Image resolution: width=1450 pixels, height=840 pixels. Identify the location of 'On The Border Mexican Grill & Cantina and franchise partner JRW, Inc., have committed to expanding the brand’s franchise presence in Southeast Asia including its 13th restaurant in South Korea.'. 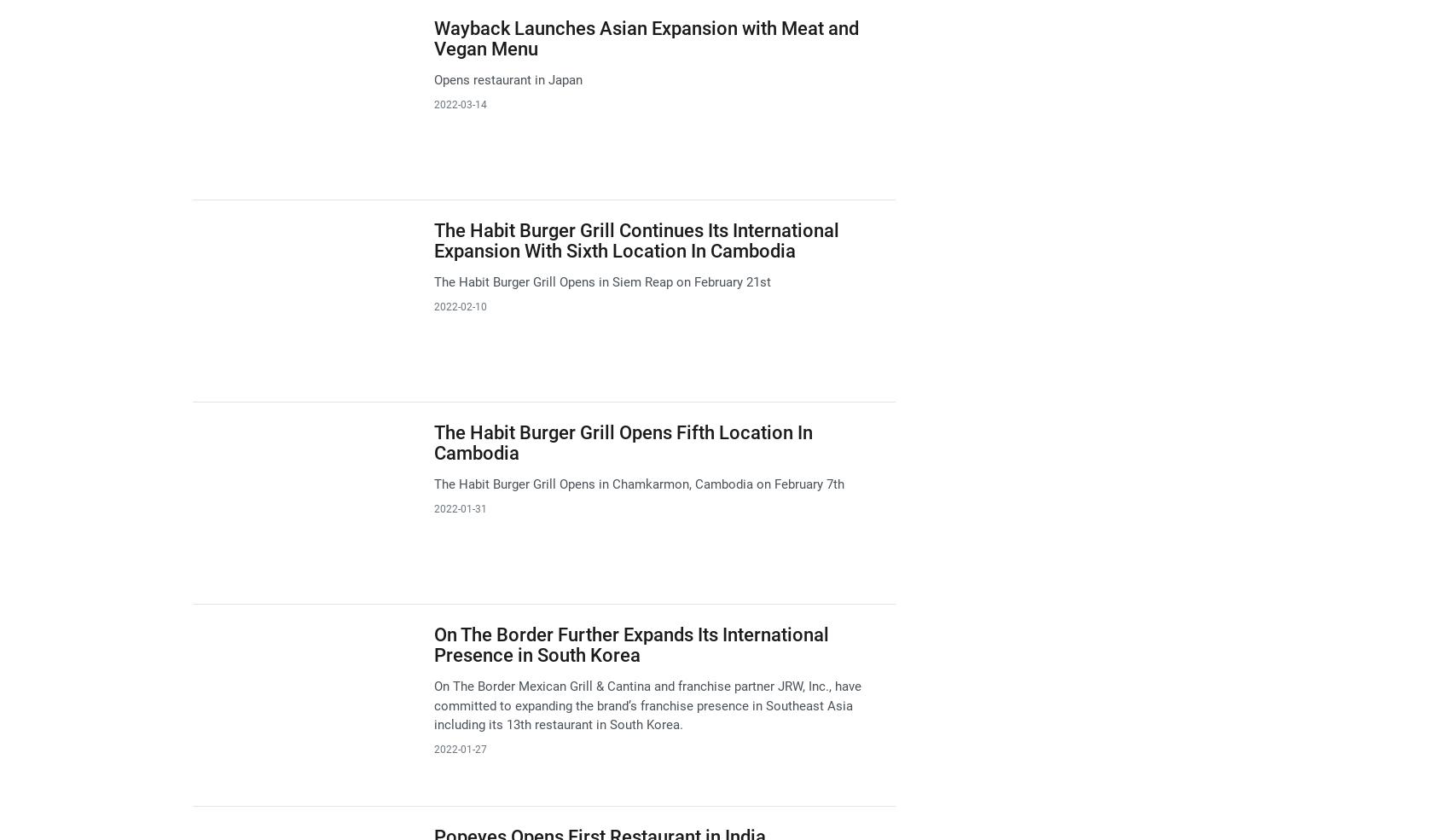
(646, 704).